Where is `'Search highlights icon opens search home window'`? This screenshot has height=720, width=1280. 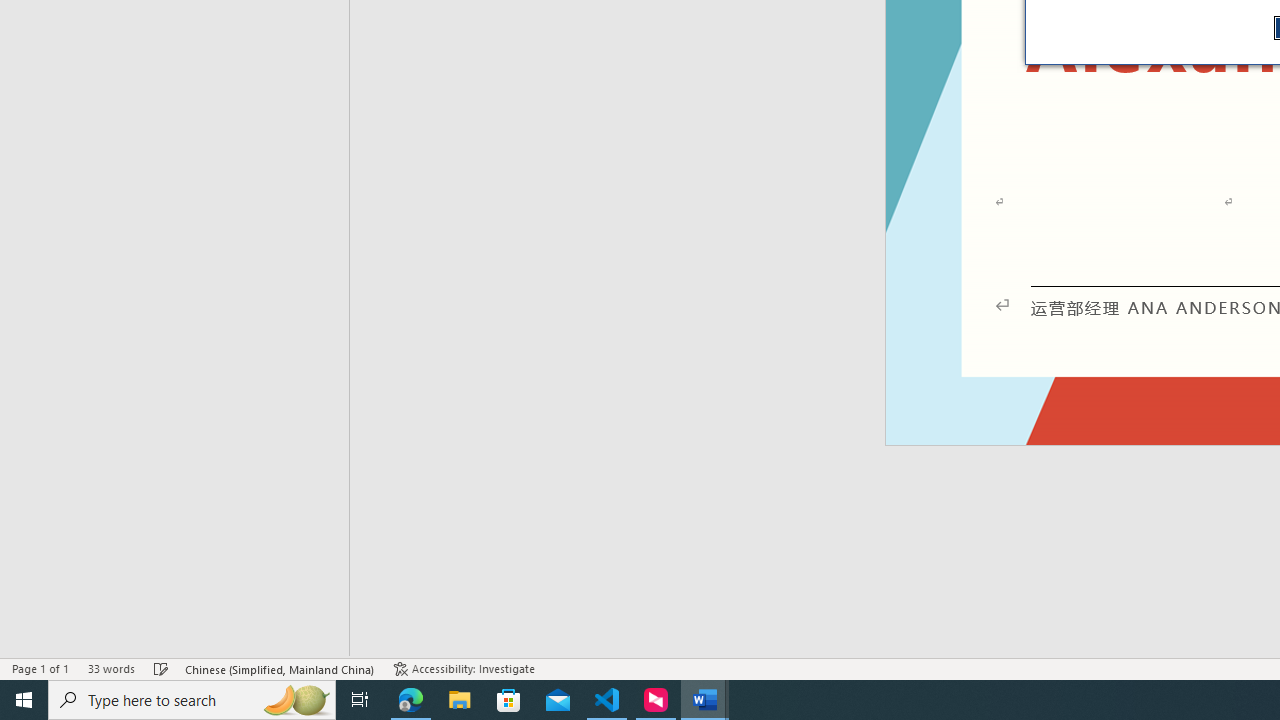
'Search highlights icon opens search home window' is located at coordinates (294, 698).